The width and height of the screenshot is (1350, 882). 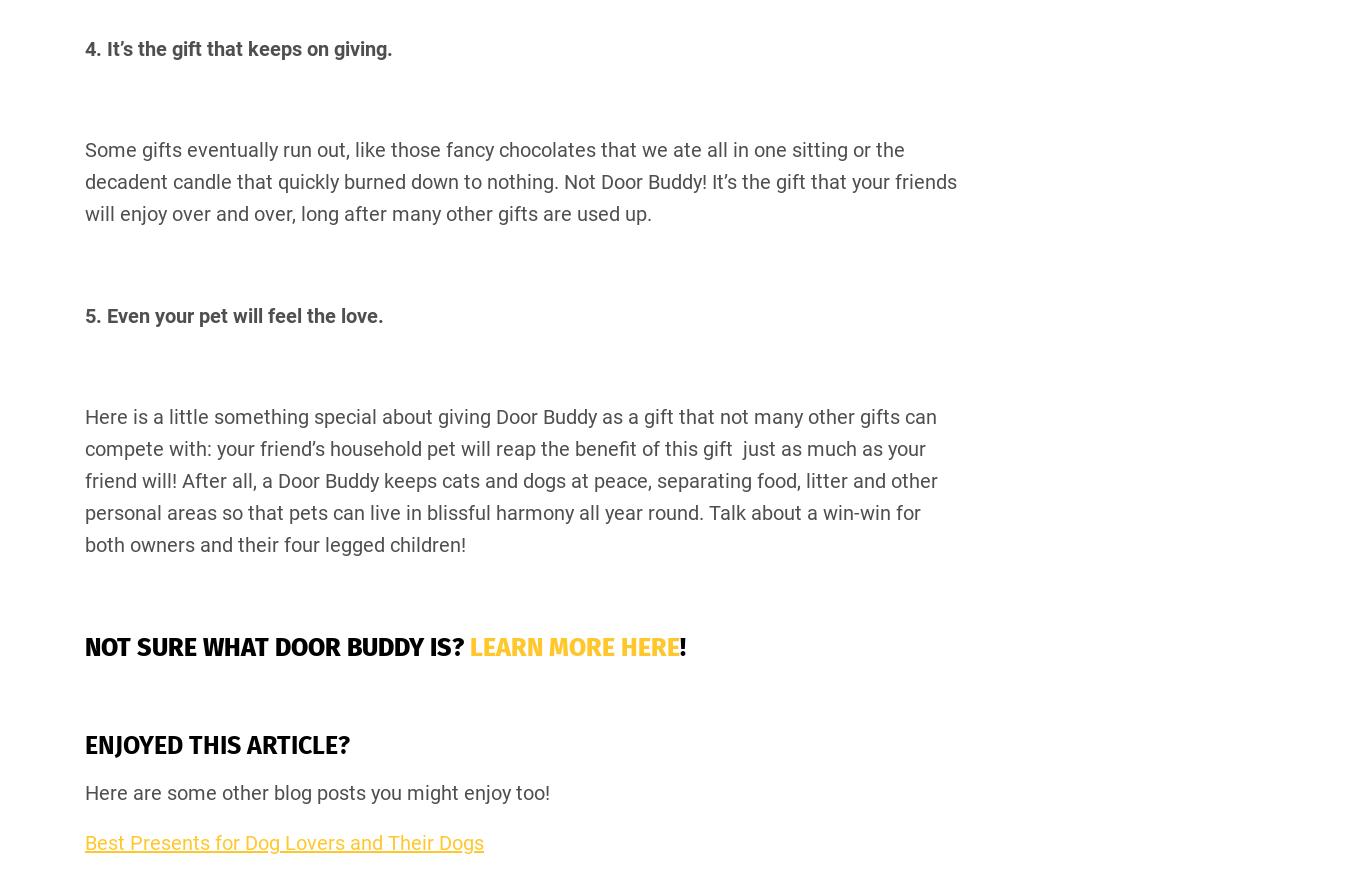 What do you see at coordinates (237, 46) in the screenshot?
I see `'4. It’s the gift that keeps on giving.'` at bounding box center [237, 46].